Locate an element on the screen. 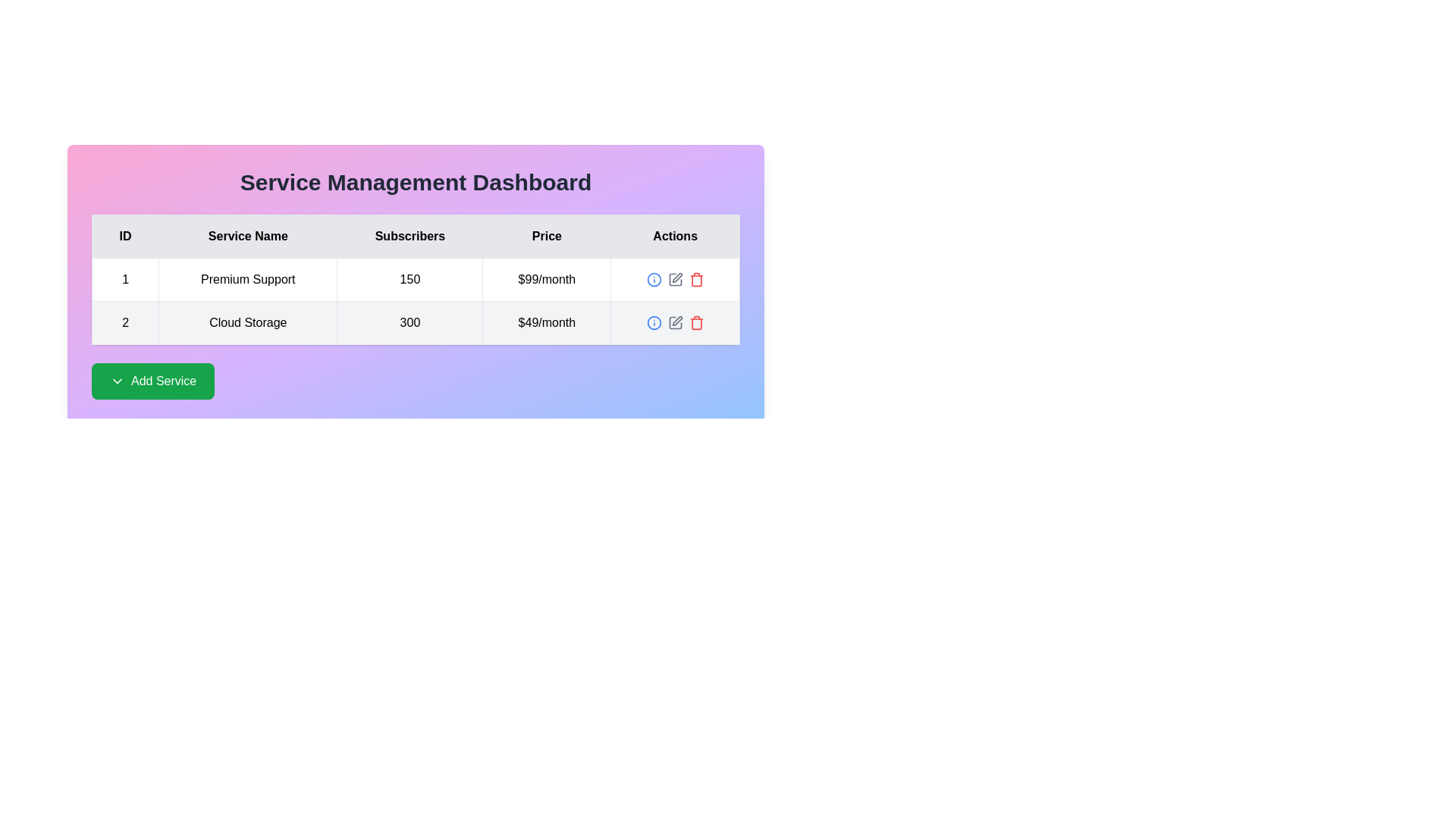 The width and height of the screenshot is (1456, 819). the table cell that indicates the service name 'Cloud Storage', located in the second row of the 'Service Name' column, adjacent to '2' on the left and '300' on the right is located at coordinates (248, 322).